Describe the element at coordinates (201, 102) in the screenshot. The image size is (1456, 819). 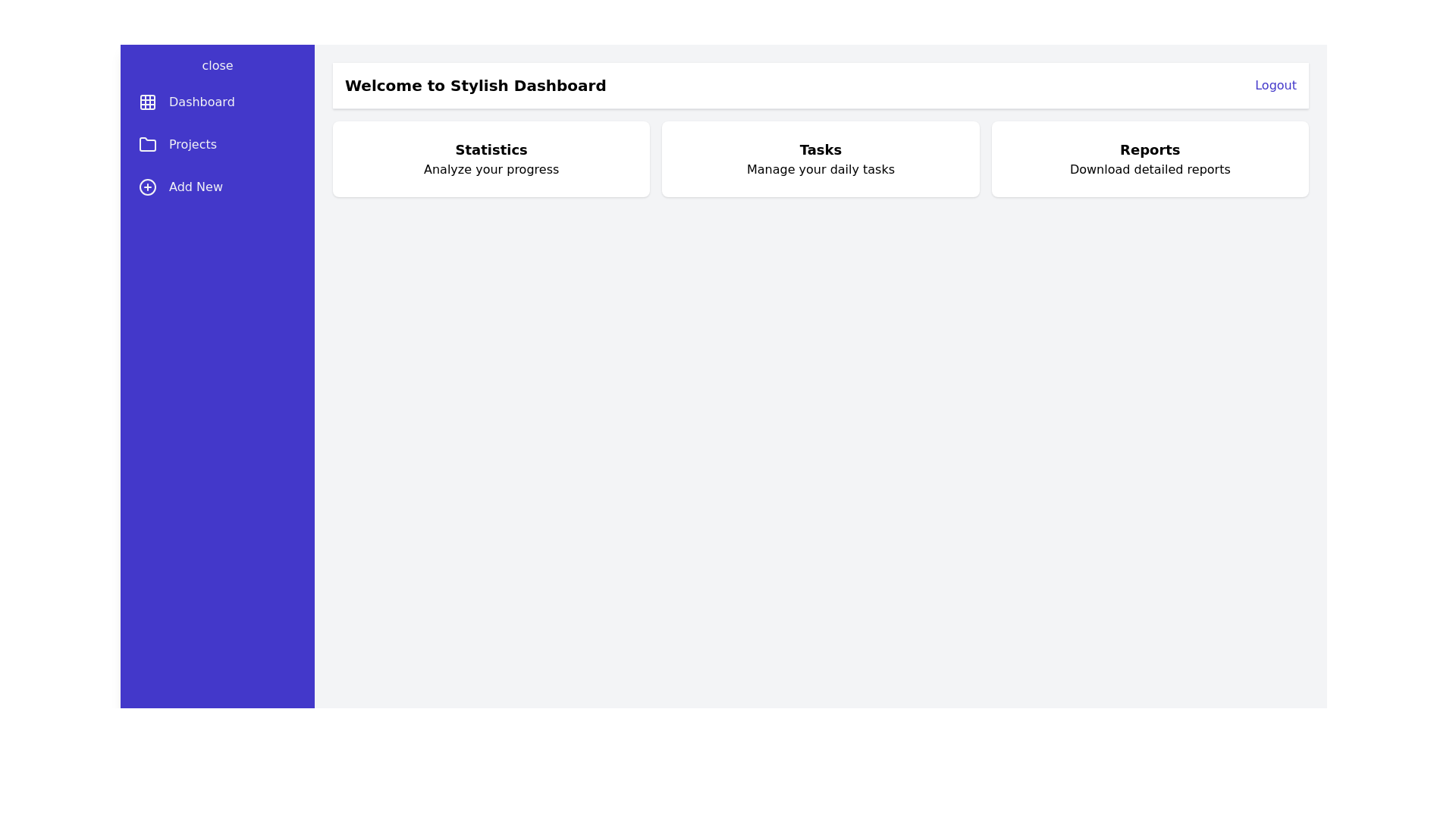
I see `the first text label in the vertical navigation panel, which serves as a label for the menu item that navigates to the dashboard view` at that location.